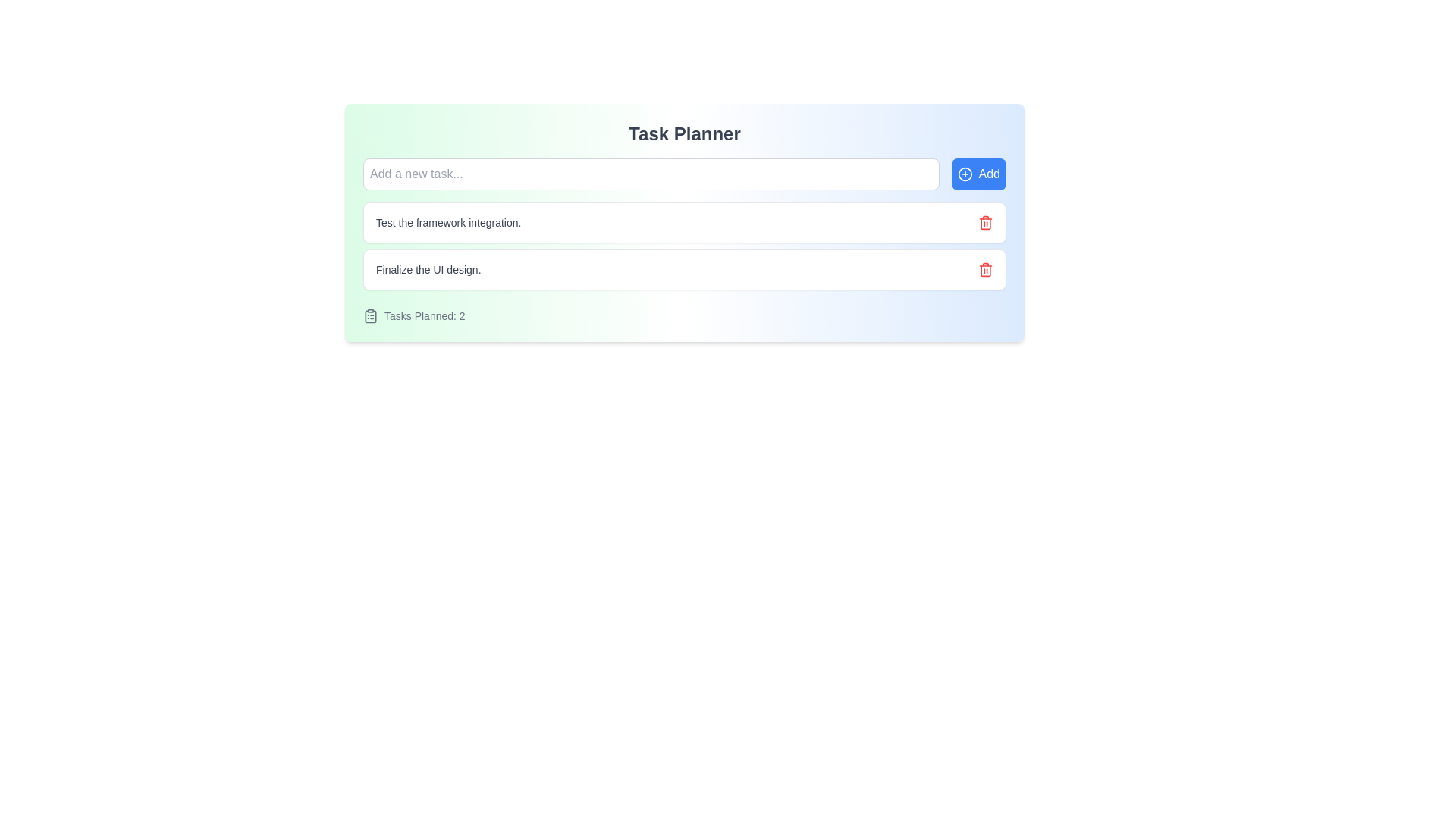 The height and width of the screenshot is (819, 1456). Describe the element at coordinates (371, 315) in the screenshot. I see `the decorative icon located at the start of the section in the bottom-left corner of the 'Task Planner' card, which visually represents the concept of task lists or planning, preceding the text 'Tasks Planned: 2'` at that location.